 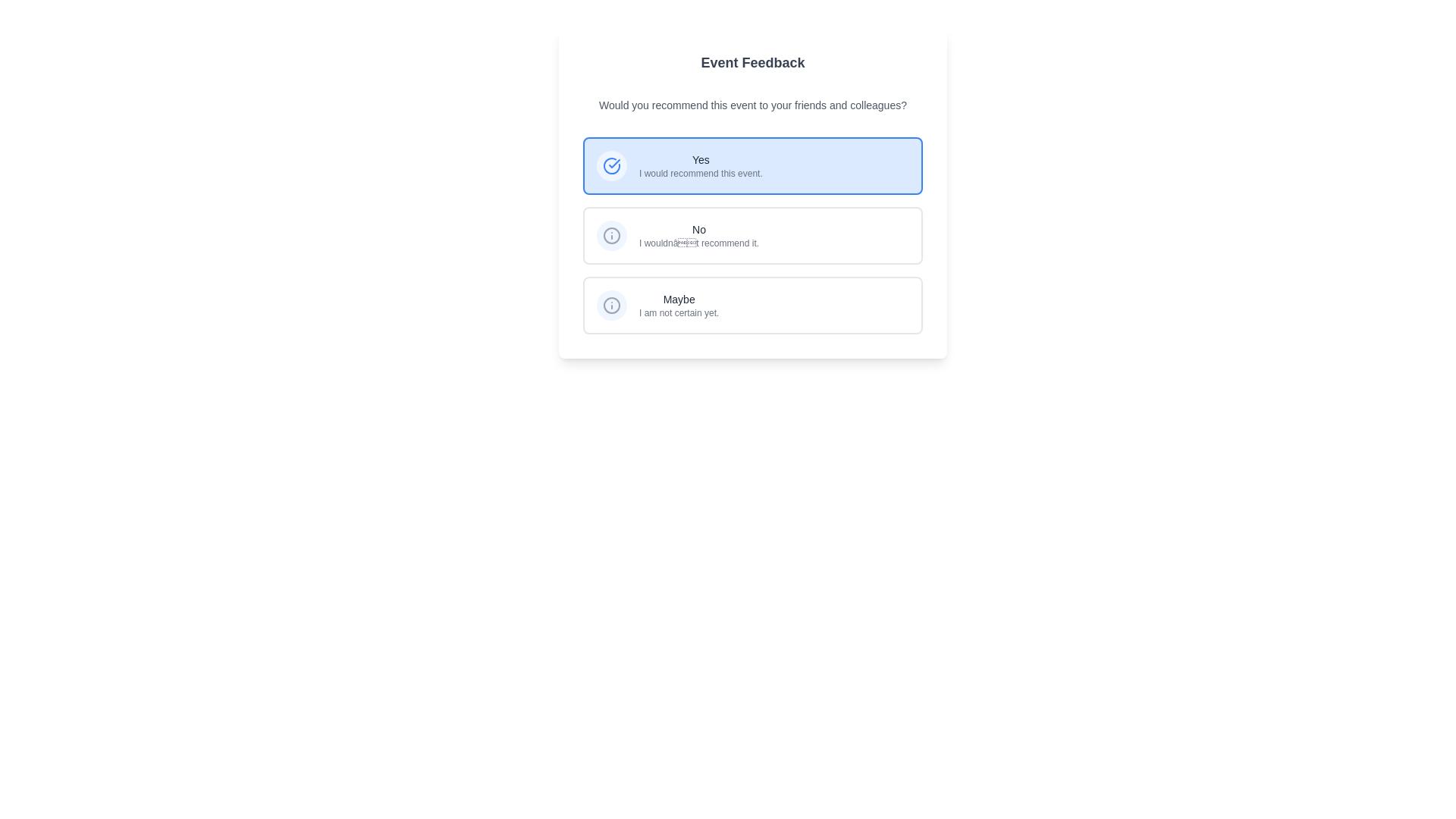 What do you see at coordinates (678, 299) in the screenshot?
I see `the 'Maybe' label which displays a small gray text styled with medium font weight as part of the feedback options` at bounding box center [678, 299].